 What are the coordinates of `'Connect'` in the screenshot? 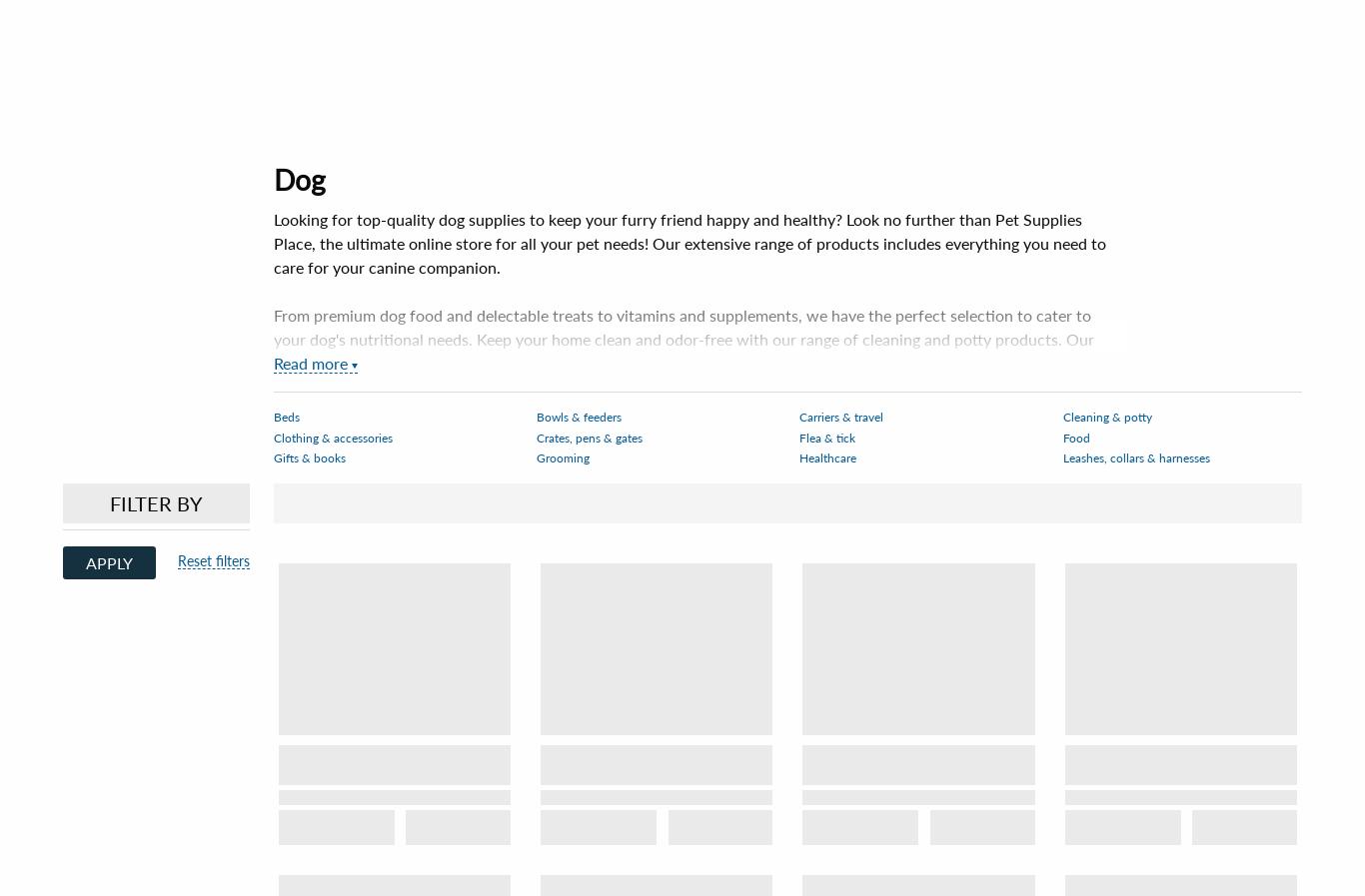 It's located at (838, 738).